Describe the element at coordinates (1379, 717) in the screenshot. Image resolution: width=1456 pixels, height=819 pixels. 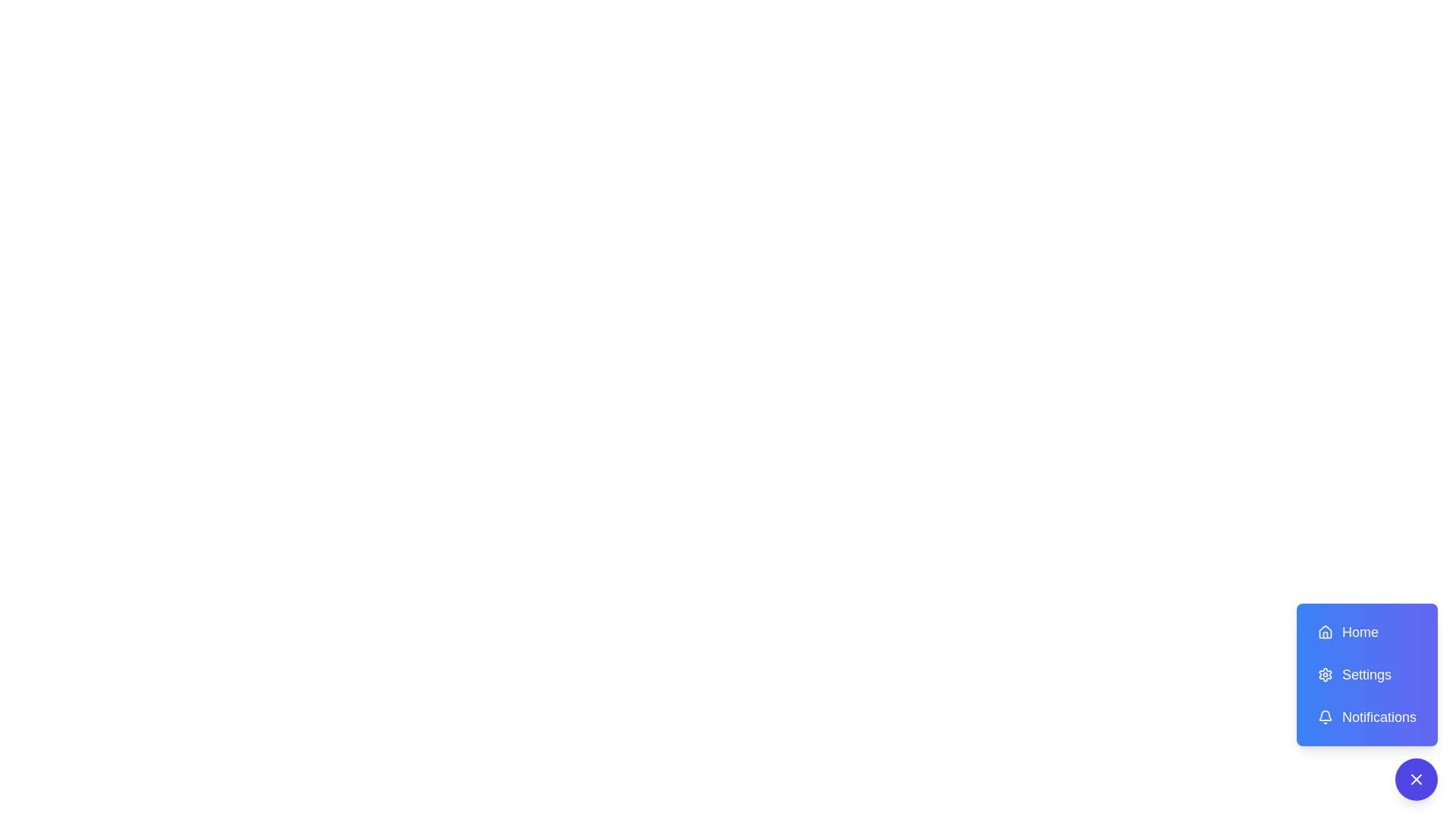
I see `the 'Notifications' label, which is a white text label on a blue background located in a dropdown menu, positioned below 'Settings' and 'Home'` at that location.